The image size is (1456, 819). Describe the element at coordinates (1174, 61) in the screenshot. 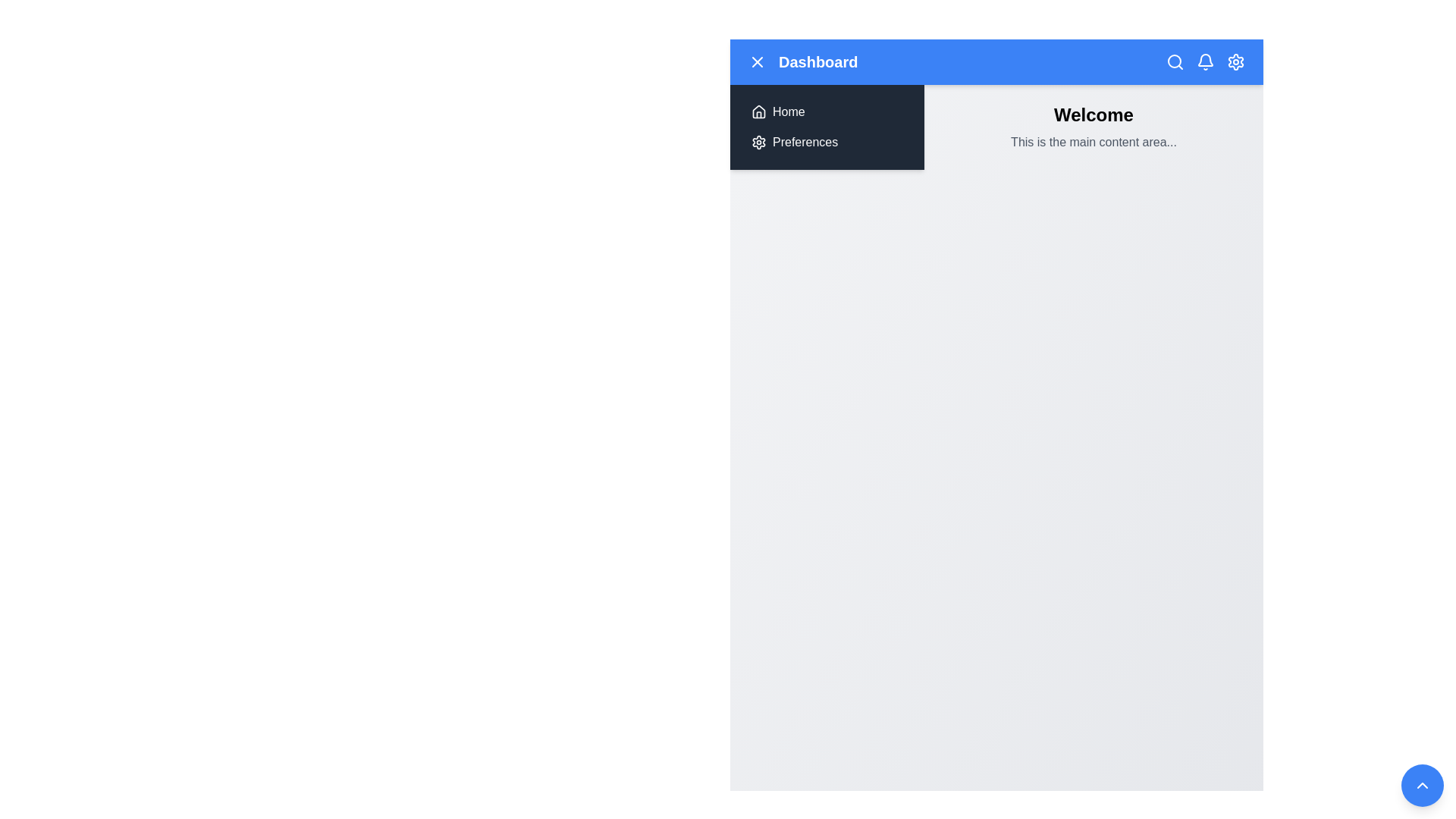

I see `styling of the small circular SVG icon located near the top-right corner of the application header` at that location.